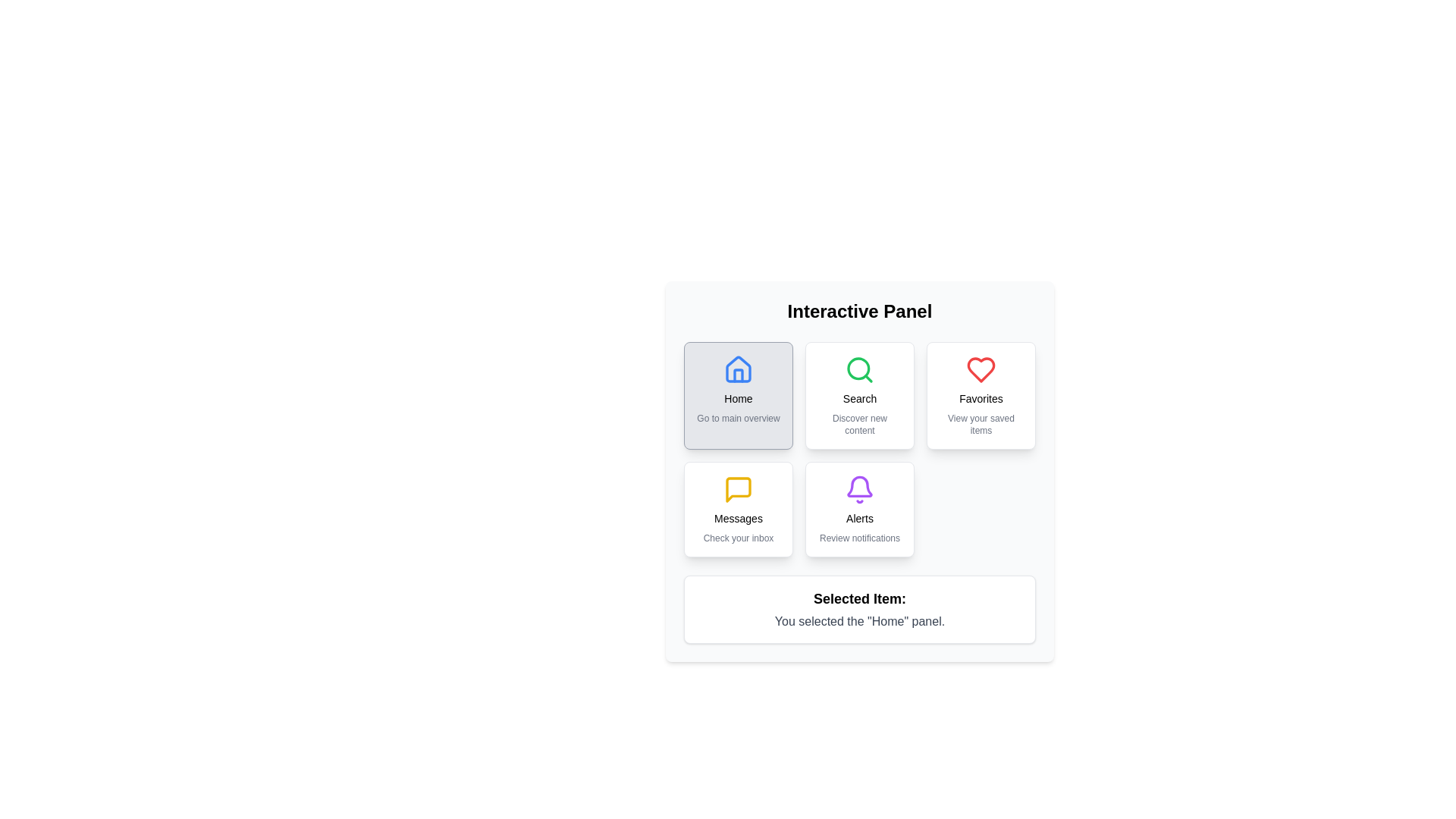  What do you see at coordinates (859, 470) in the screenshot?
I see `the layout of the central navigational Panel that provides information and allows exploration of different sections` at bounding box center [859, 470].